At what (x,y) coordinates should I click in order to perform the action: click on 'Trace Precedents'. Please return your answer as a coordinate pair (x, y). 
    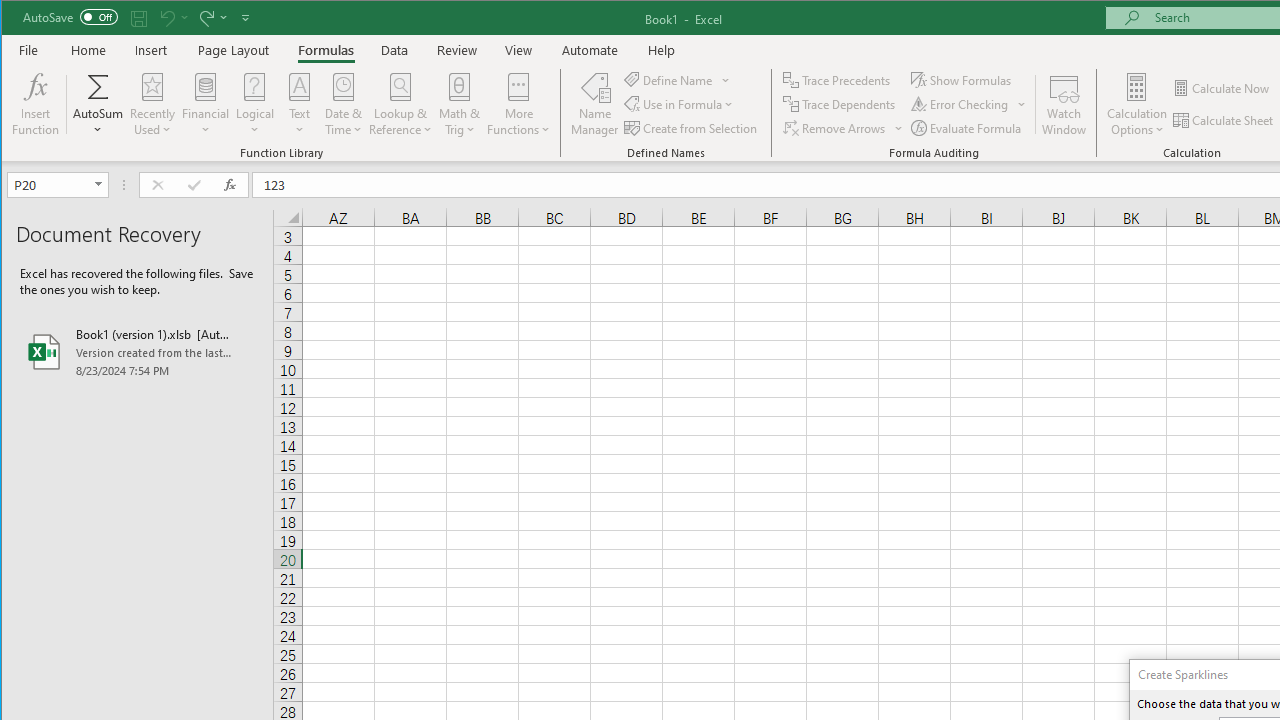
    Looking at the image, I should click on (838, 79).